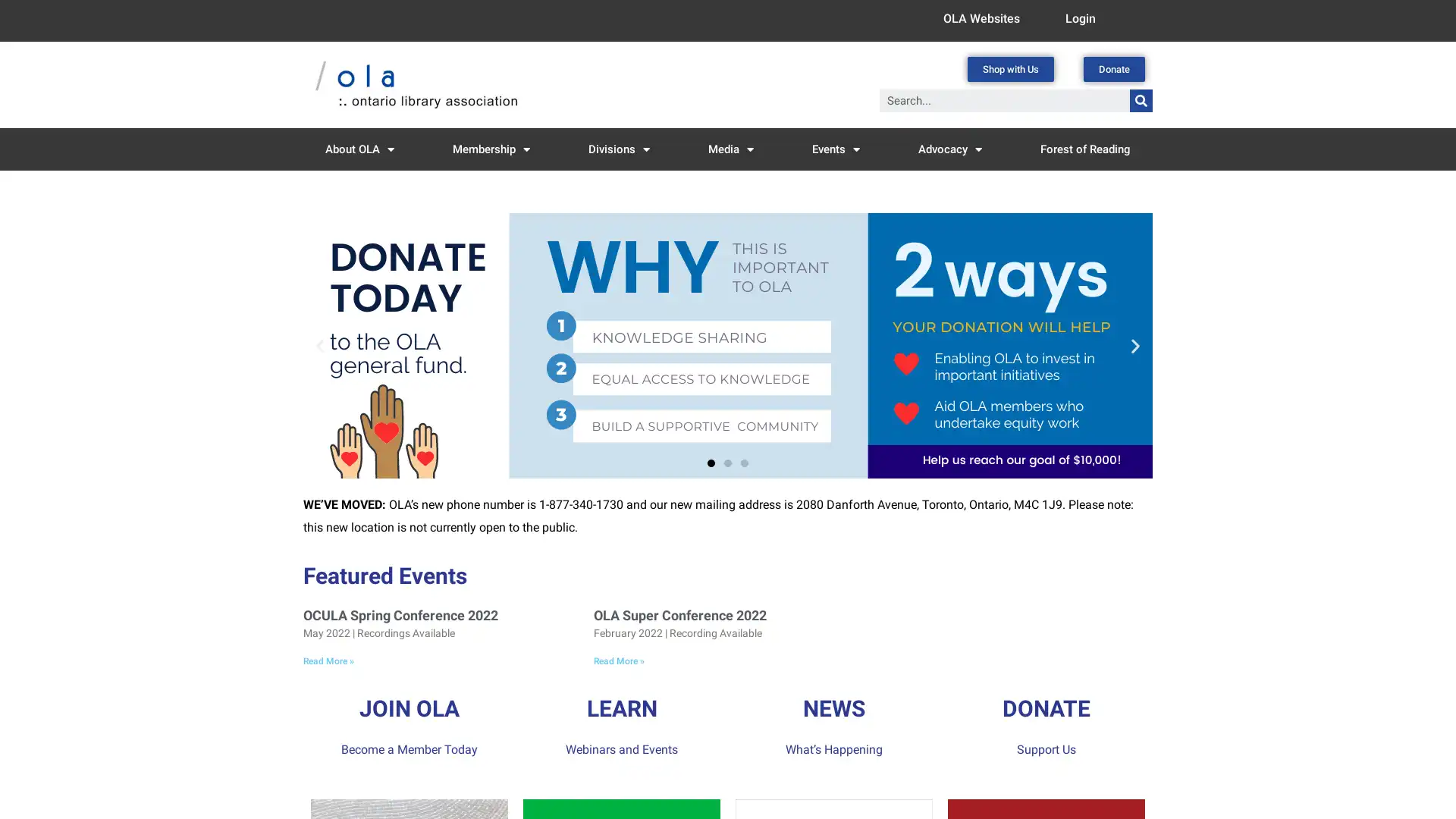 Image resolution: width=1456 pixels, height=819 pixels. I want to click on Go to slide 3, so click(745, 462).